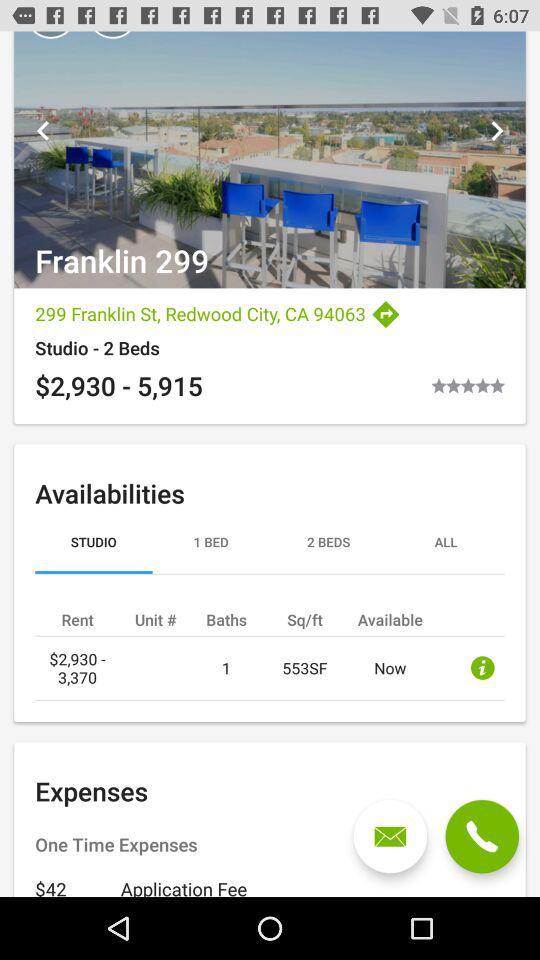 The width and height of the screenshot is (540, 960). What do you see at coordinates (390, 836) in the screenshot?
I see `the email icon` at bounding box center [390, 836].